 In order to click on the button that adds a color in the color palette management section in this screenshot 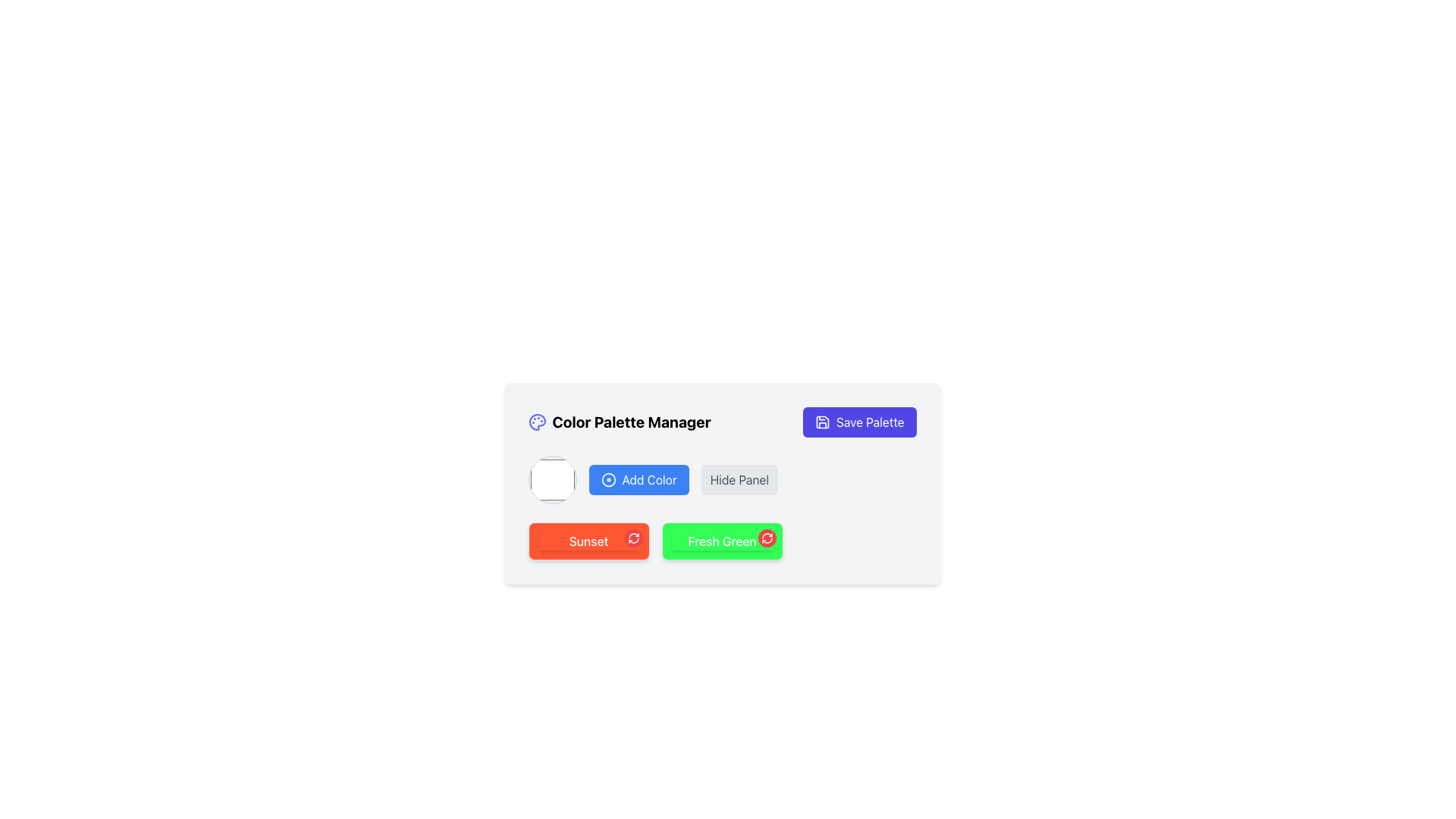, I will do `click(639, 479)`.